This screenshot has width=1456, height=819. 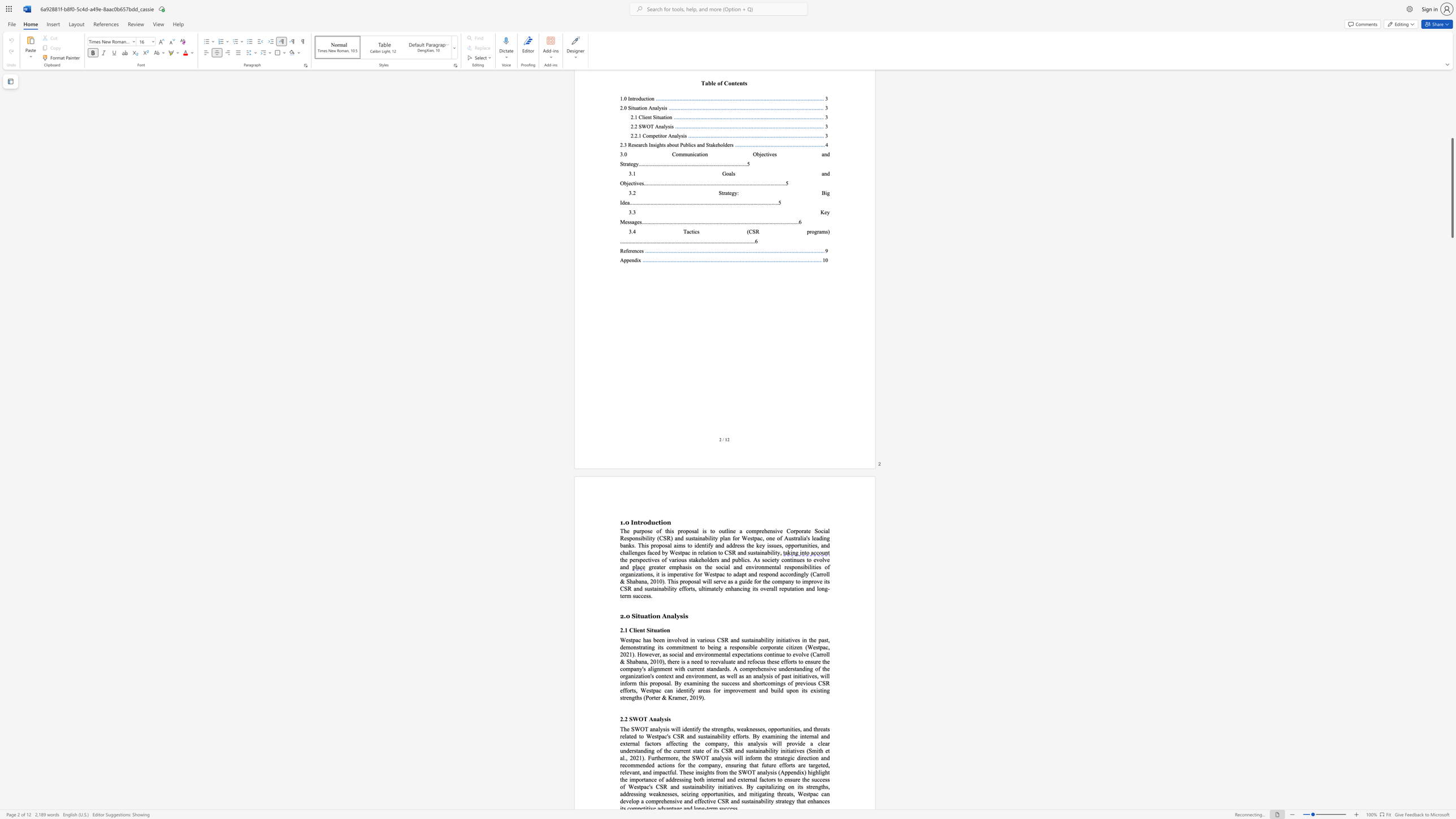 What do you see at coordinates (826, 647) in the screenshot?
I see `the 4th character "c" in the text` at bounding box center [826, 647].